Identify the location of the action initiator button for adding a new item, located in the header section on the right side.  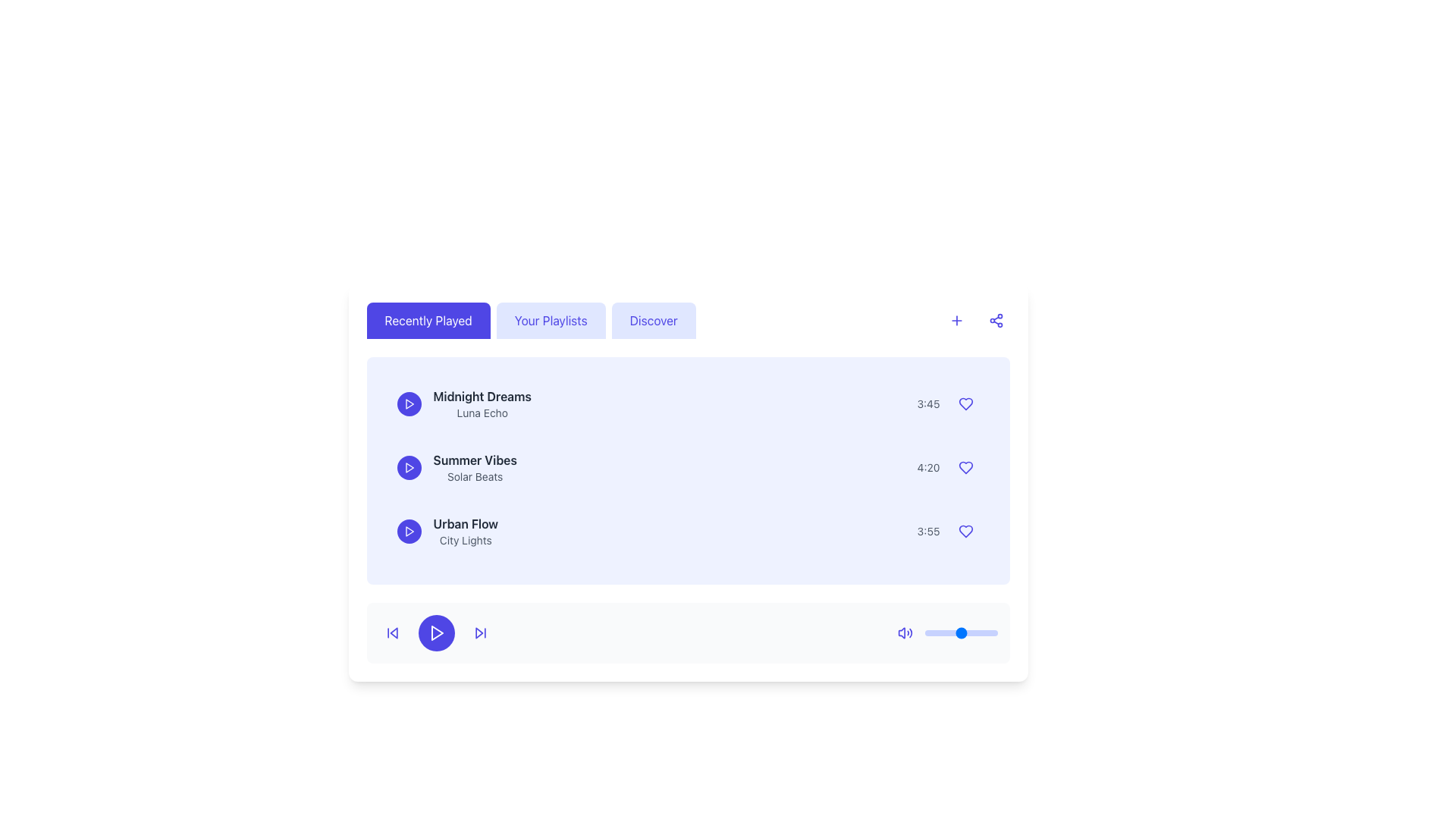
(955, 320).